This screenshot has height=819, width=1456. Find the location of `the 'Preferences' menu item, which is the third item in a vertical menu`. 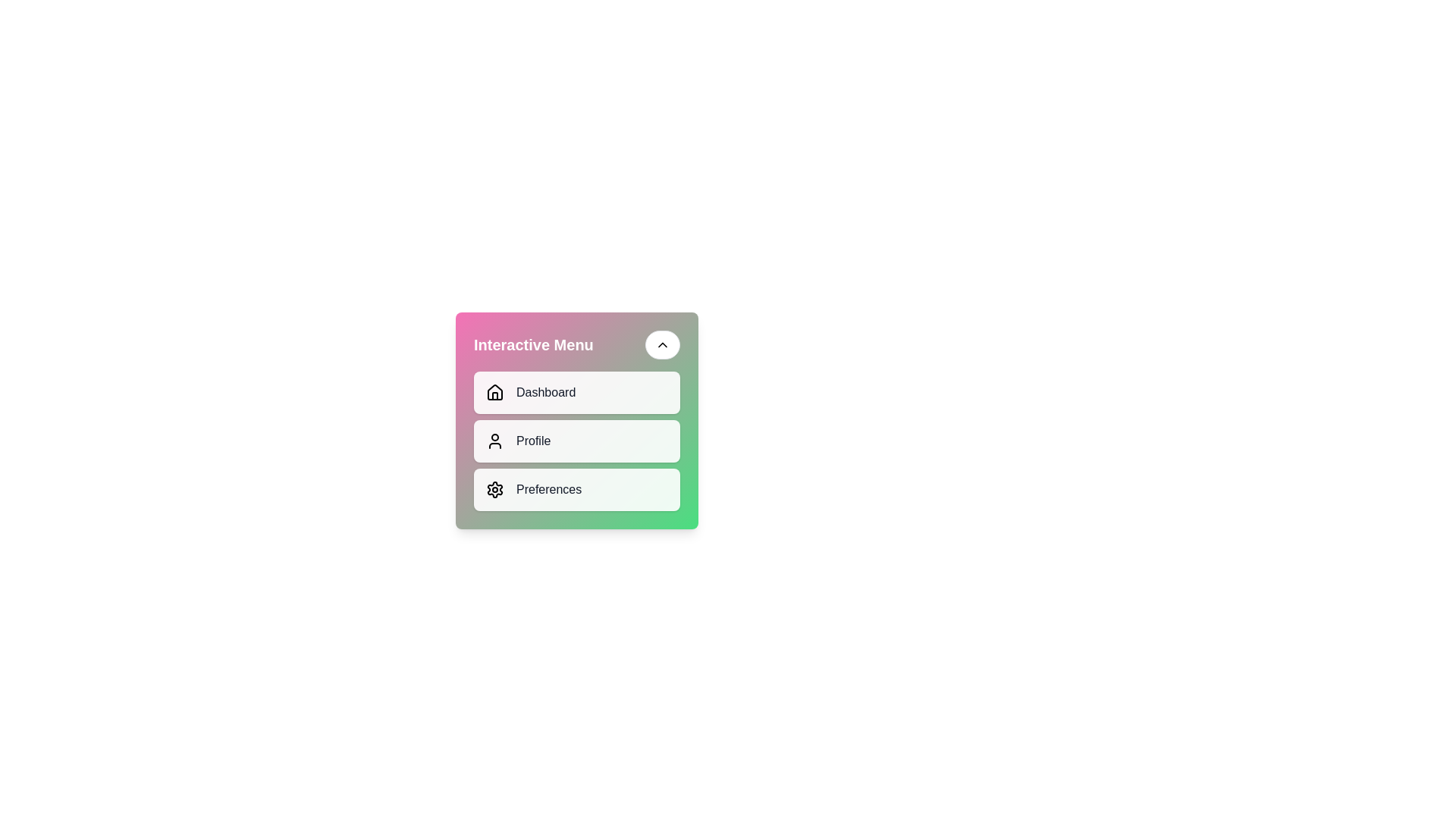

the 'Preferences' menu item, which is the third item in a vertical menu is located at coordinates (576, 489).